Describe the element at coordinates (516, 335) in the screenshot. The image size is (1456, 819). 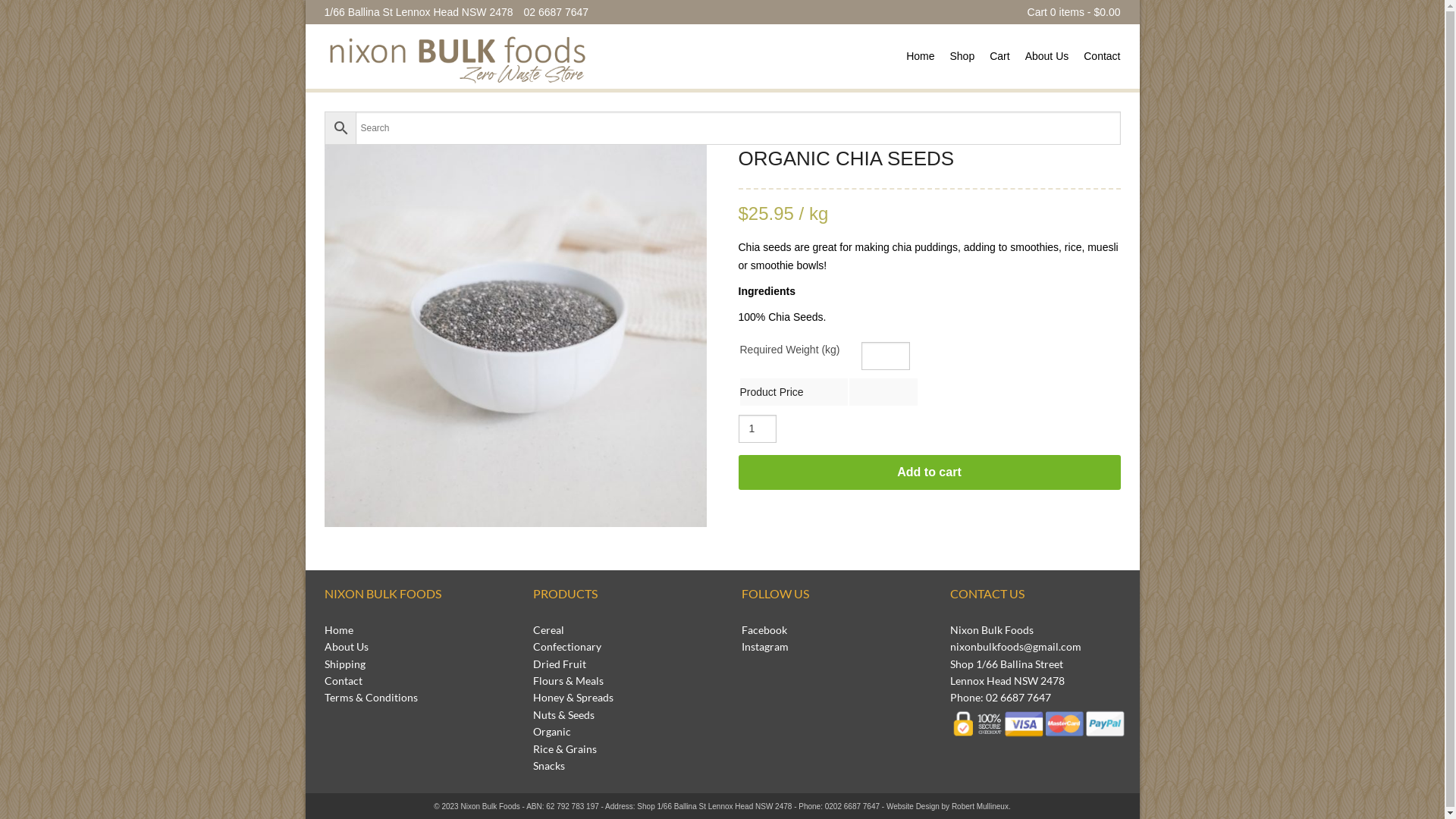
I see `'Nixon_Products_LowRes-36'` at that location.